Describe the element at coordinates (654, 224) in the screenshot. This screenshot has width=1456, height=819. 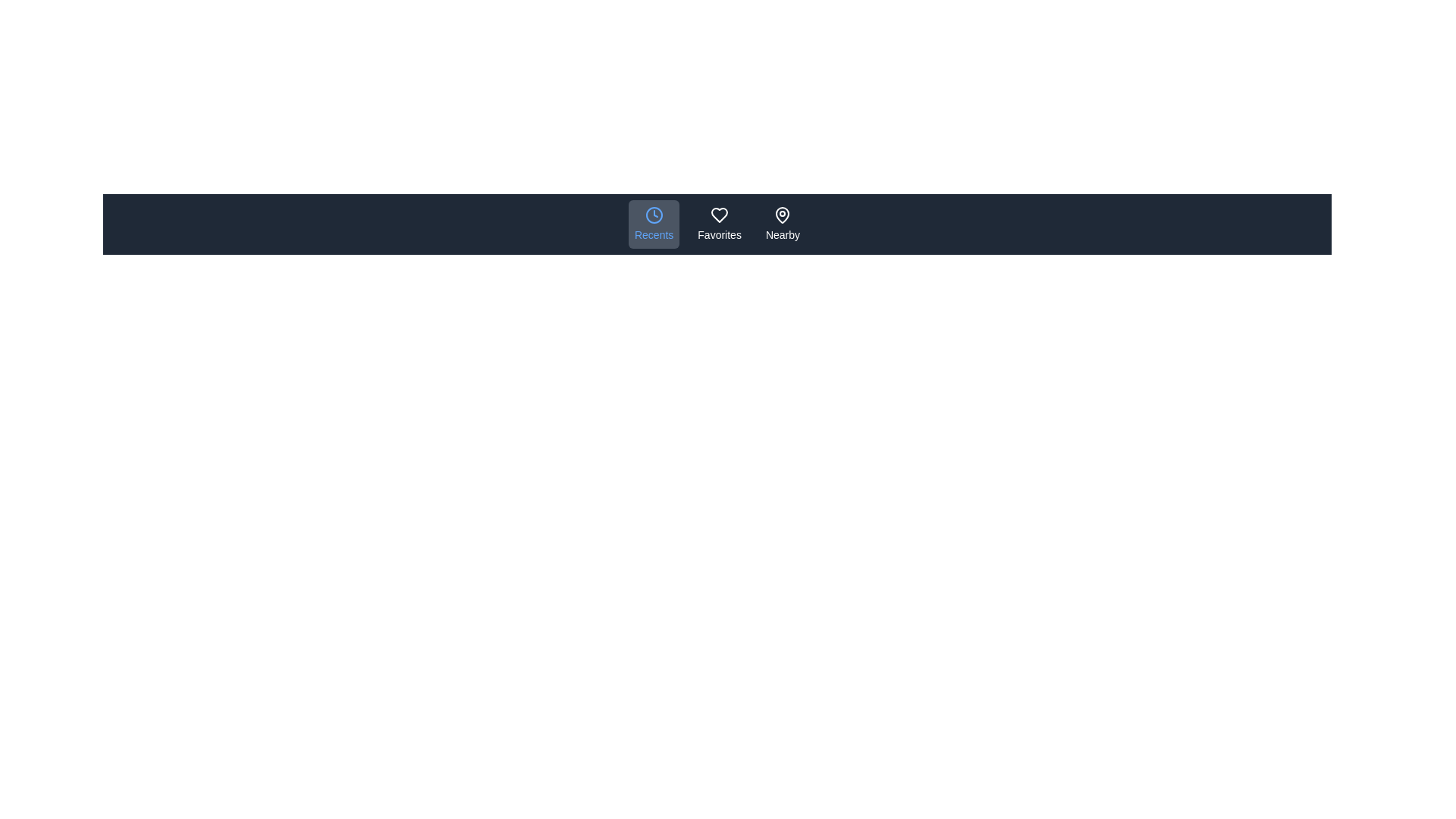
I see `the navigation option labeled Recents` at that location.